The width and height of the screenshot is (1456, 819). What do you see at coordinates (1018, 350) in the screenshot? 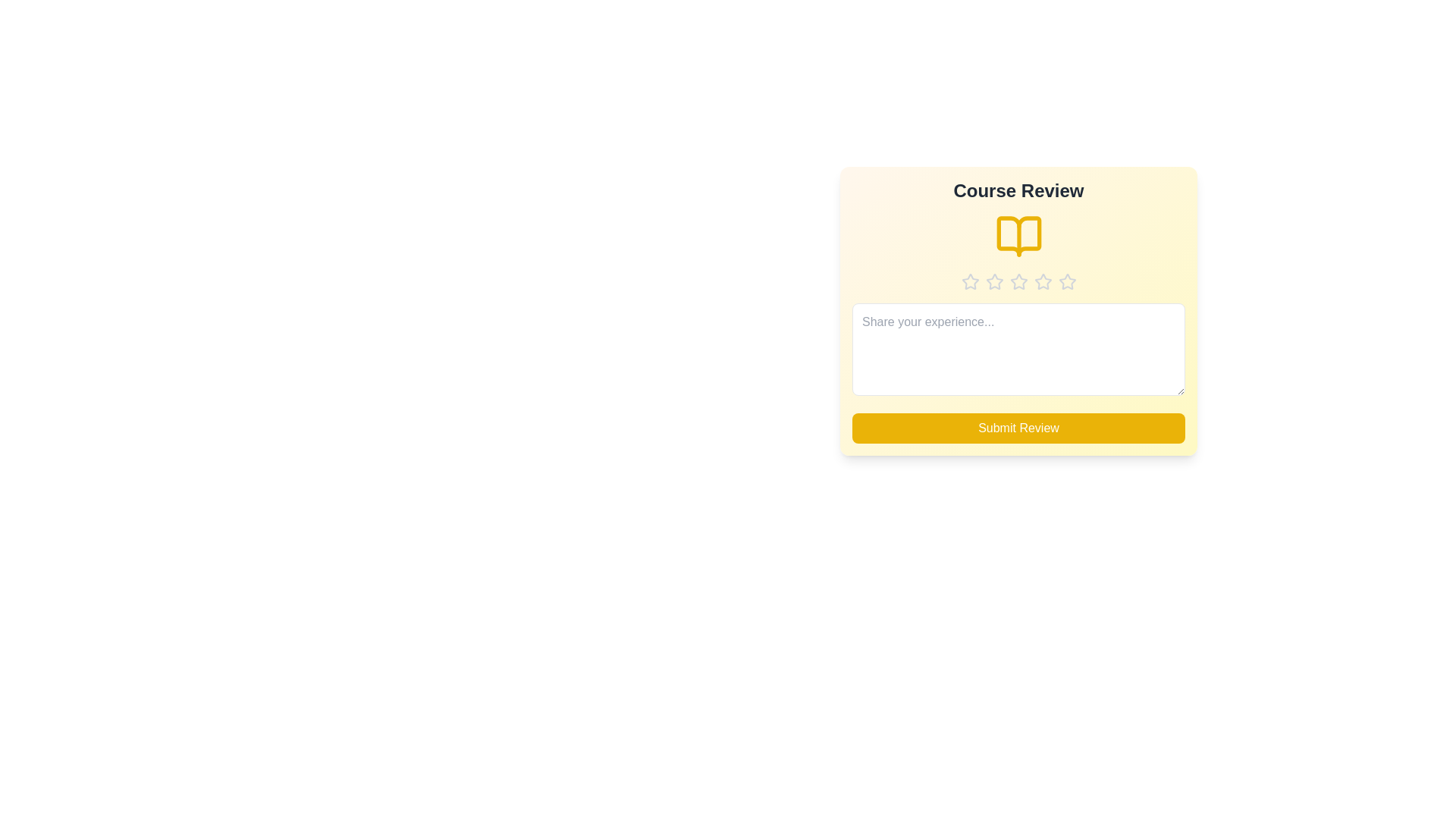
I see `the text area to enable input` at bounding box center [1018, 350].